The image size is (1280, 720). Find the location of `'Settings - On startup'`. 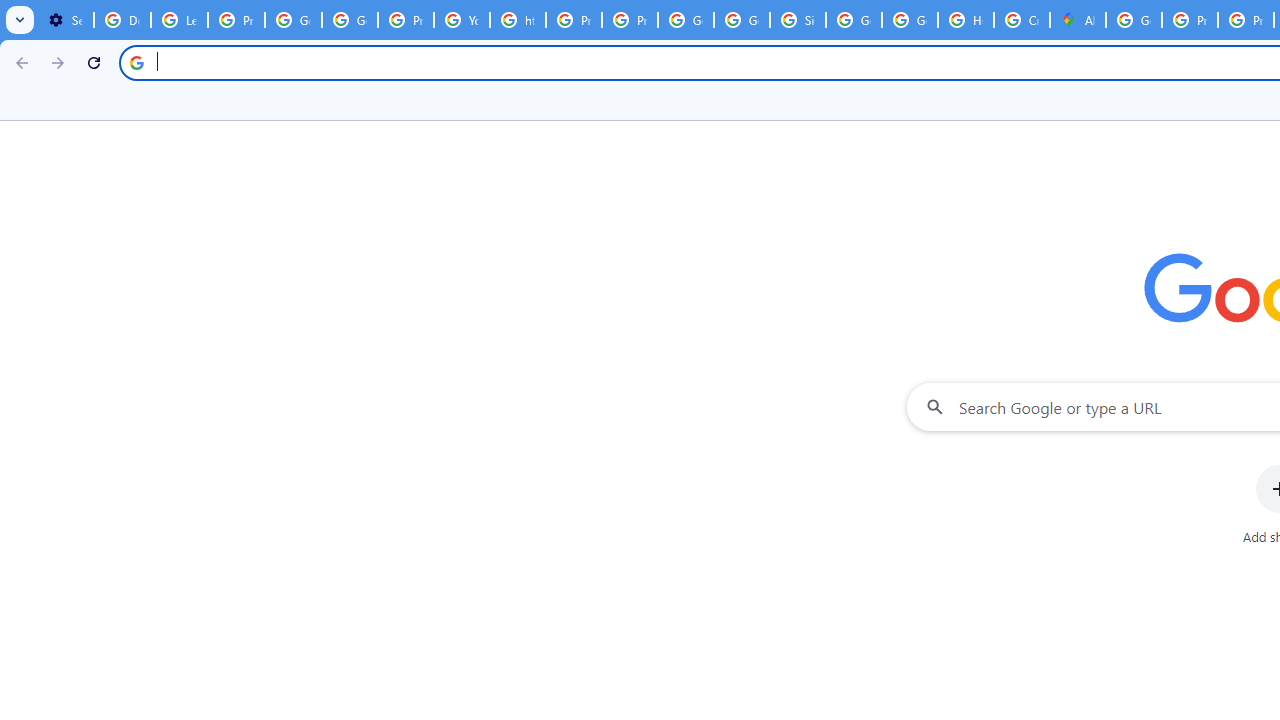

'Settings - On startup' is located at coordinates (65, 20).